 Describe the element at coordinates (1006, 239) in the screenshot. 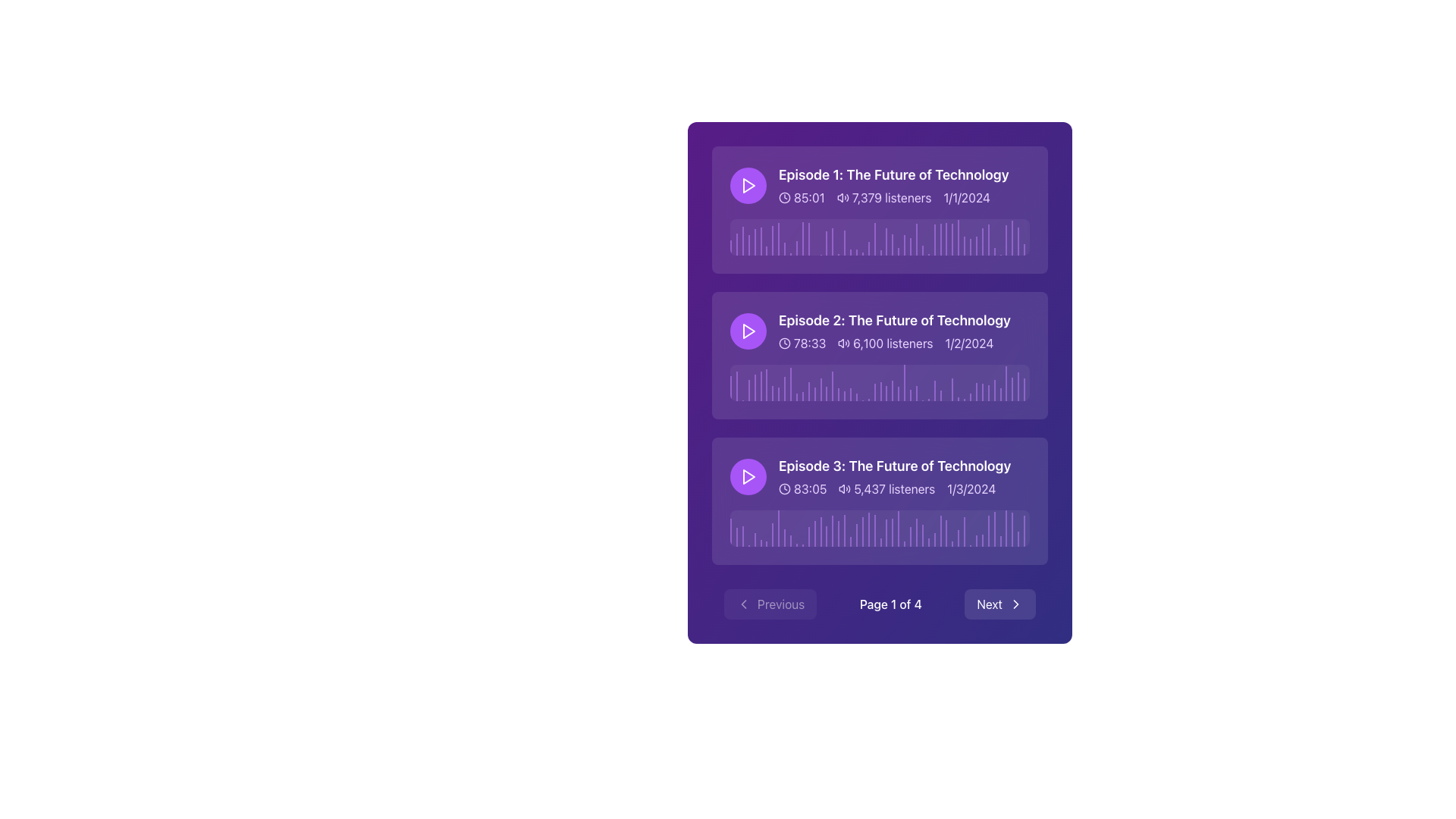

I see `the Marker Indicator in the Progress Bar for 'Episode 1: The Future of Technology', which is a thin vertical purple bar located towards the right end of the progress bar` at that location.